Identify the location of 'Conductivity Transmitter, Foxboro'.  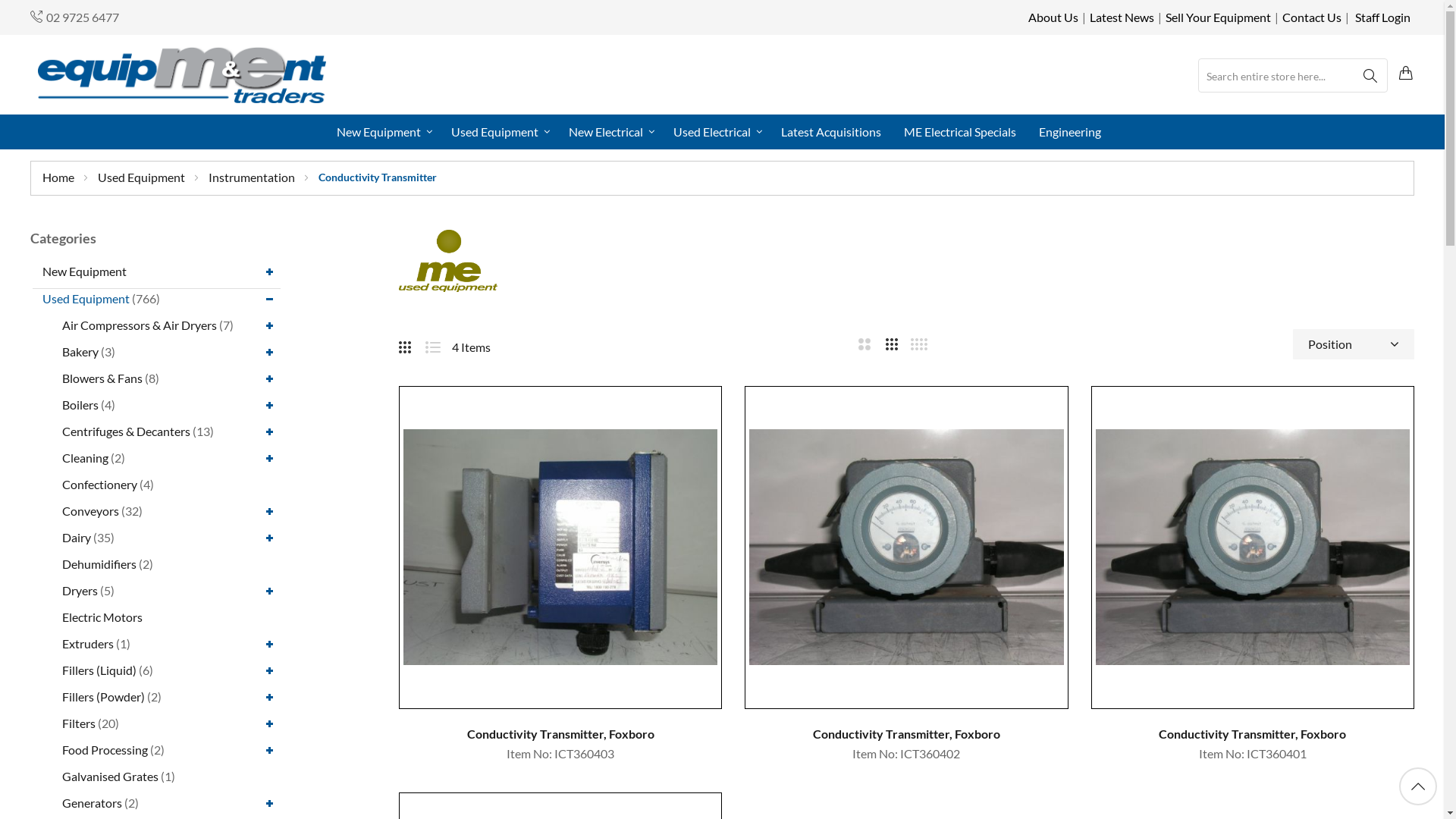
(560, 733).